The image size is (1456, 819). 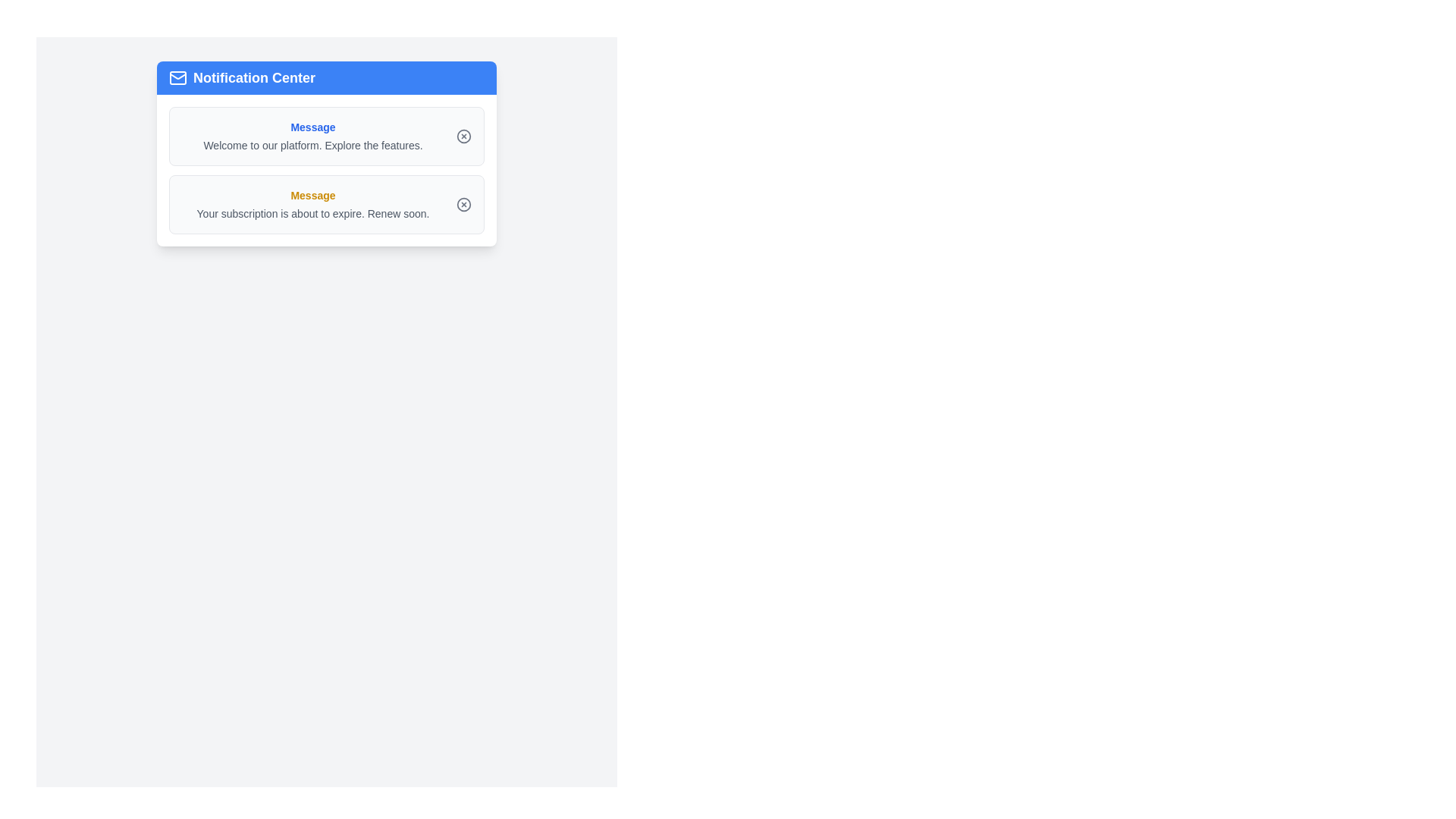 I want to click on the circular outline graphic that is part of an icon located near the top right corner of the second notification box below the 'Notification Center' header, so click(x=463, y=205).